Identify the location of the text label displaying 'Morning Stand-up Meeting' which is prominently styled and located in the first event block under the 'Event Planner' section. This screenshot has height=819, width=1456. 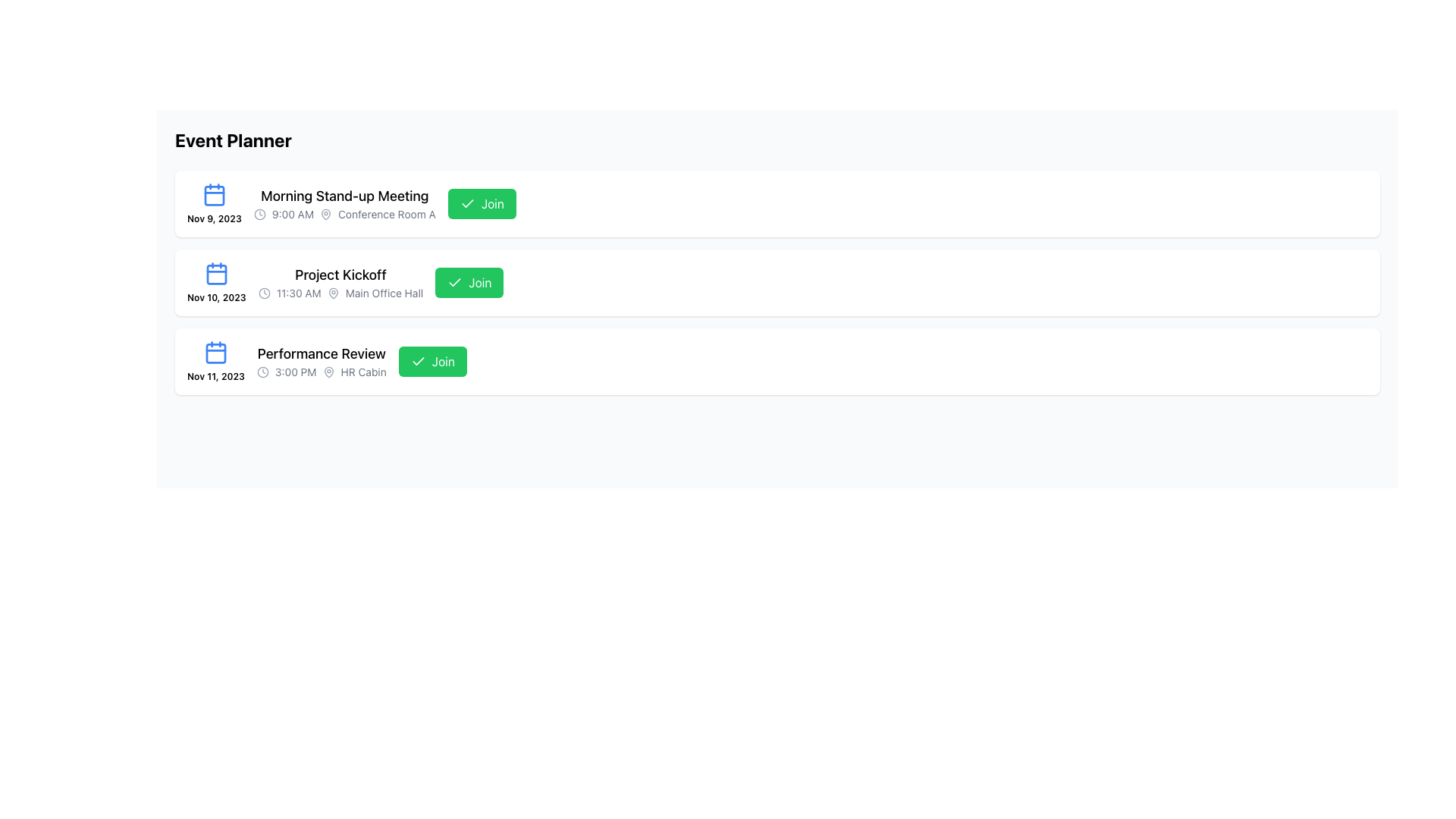
(344, 195).